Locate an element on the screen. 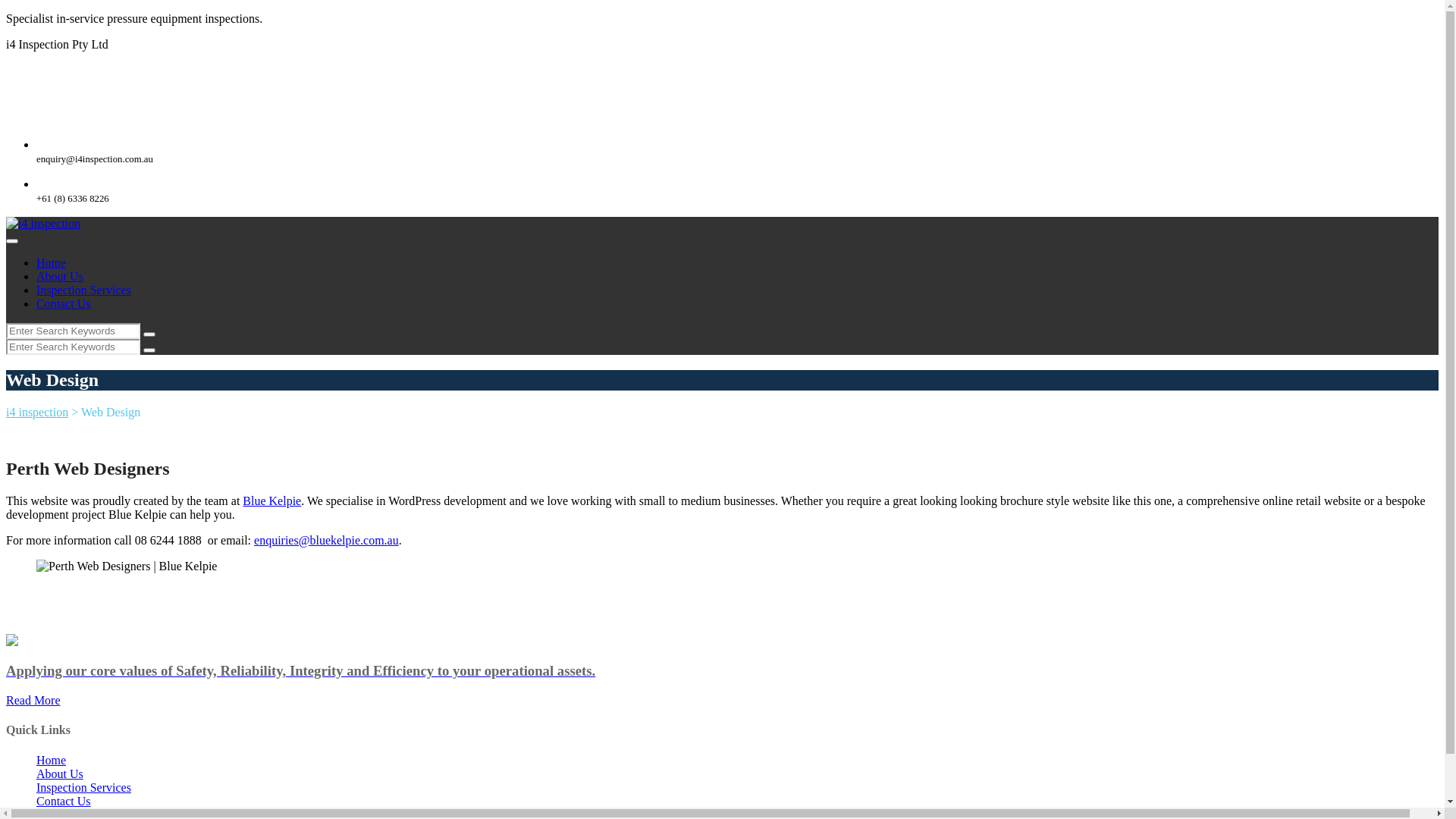 The image size is (1456, 819). 'Inspection Services' is located at coordinates (83, 786).